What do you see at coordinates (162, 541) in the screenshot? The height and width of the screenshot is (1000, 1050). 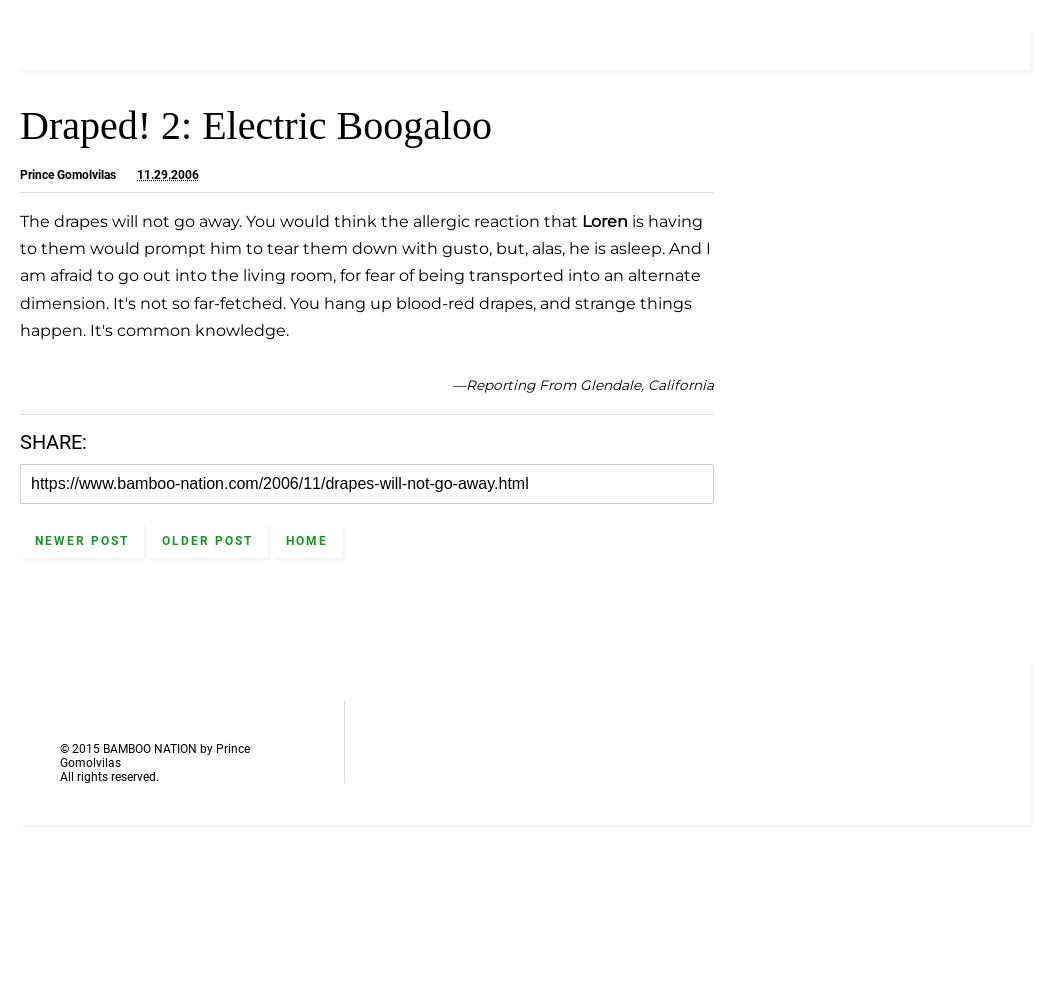 I see `'Older Post'` at bounding box center [162, 541].